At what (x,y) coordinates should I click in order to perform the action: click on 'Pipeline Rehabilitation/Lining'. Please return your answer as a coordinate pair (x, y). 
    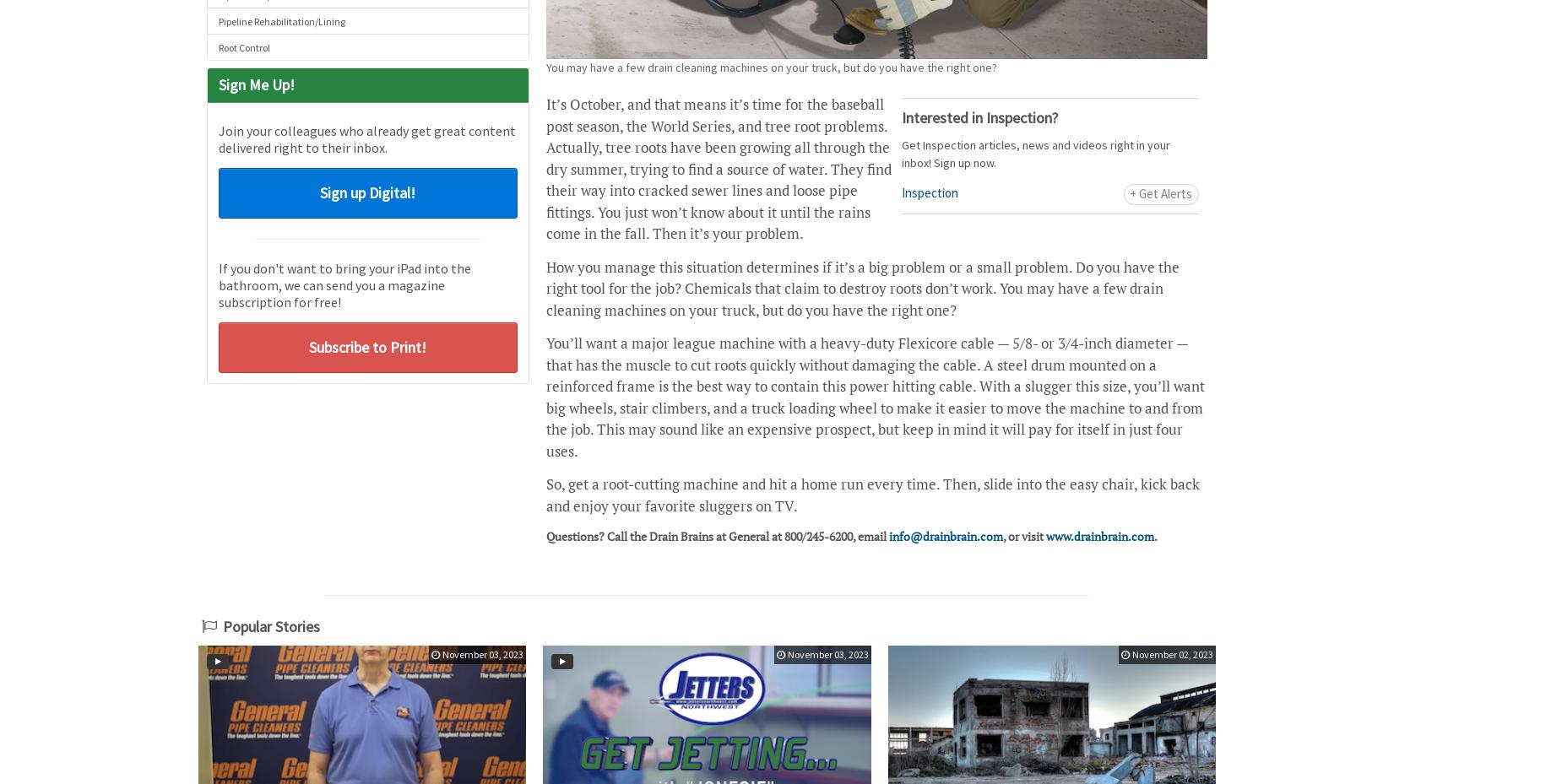
    Looking at the image, I should click on (280, 19).